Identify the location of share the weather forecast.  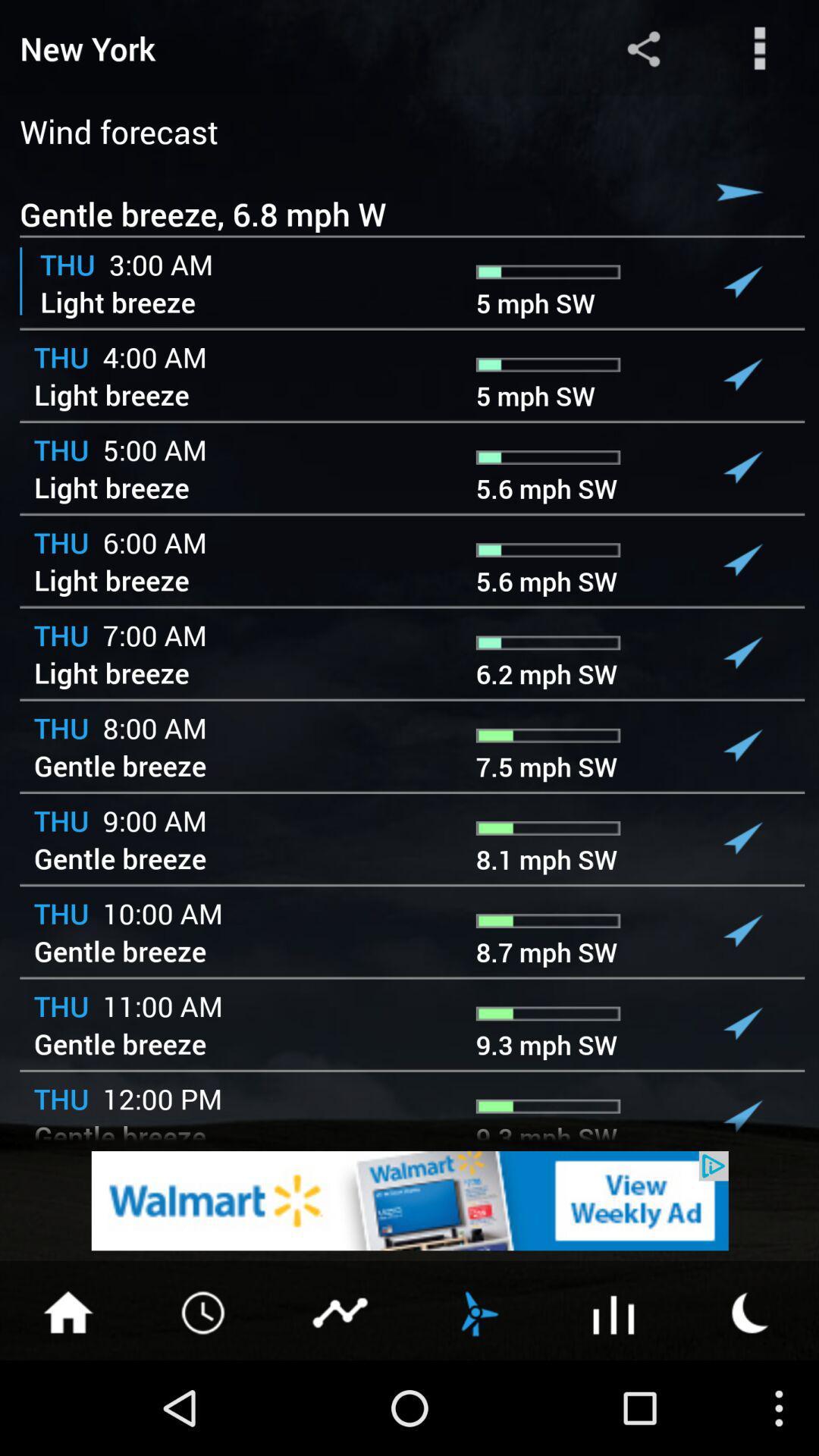
(643, 48).